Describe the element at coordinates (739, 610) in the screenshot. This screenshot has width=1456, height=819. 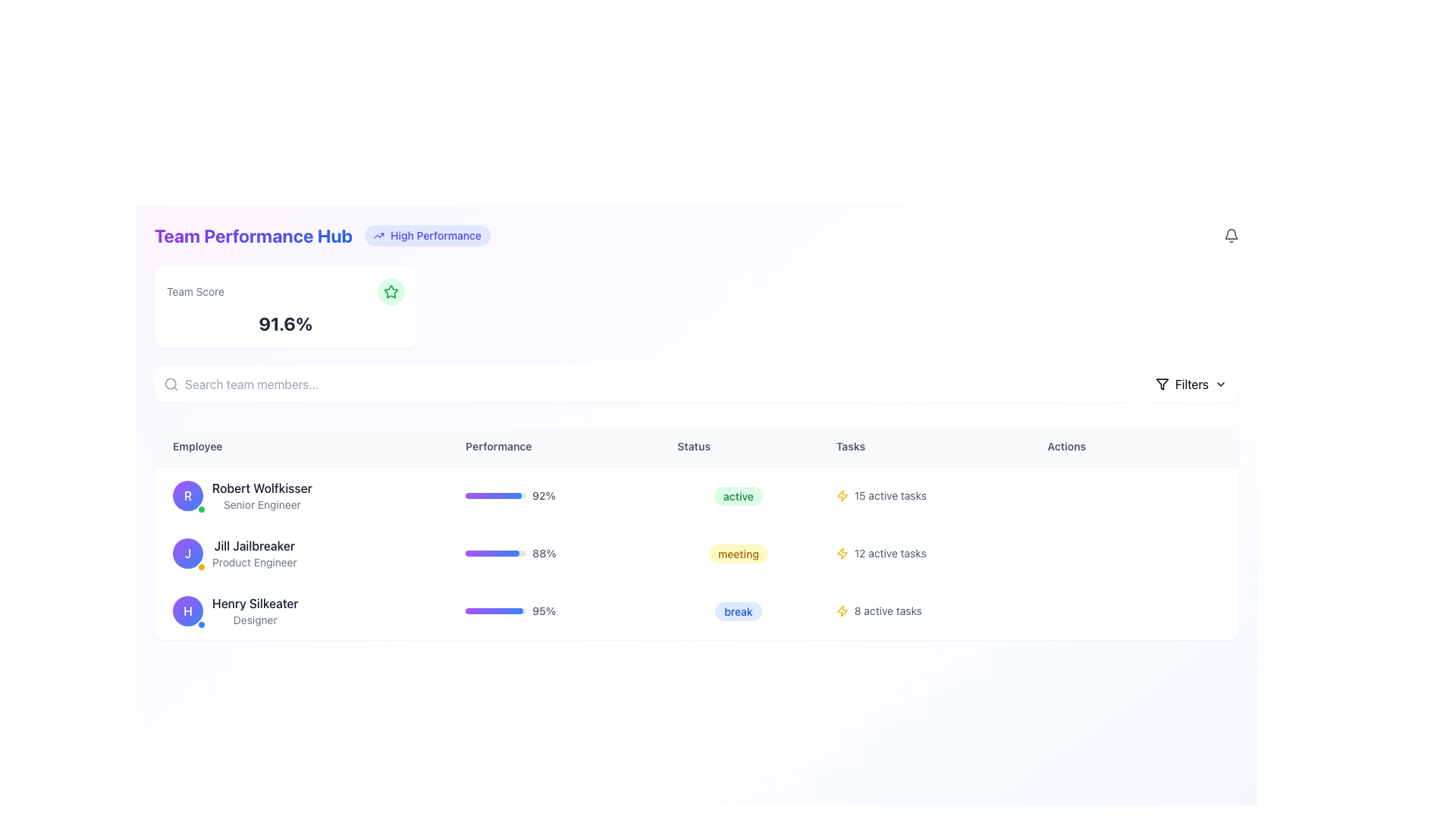
I see `the content of the Badge displaying the current status of 'Henry Silkeater', which indicates they are on a break, located in the 'Status' column of the table` at that location.